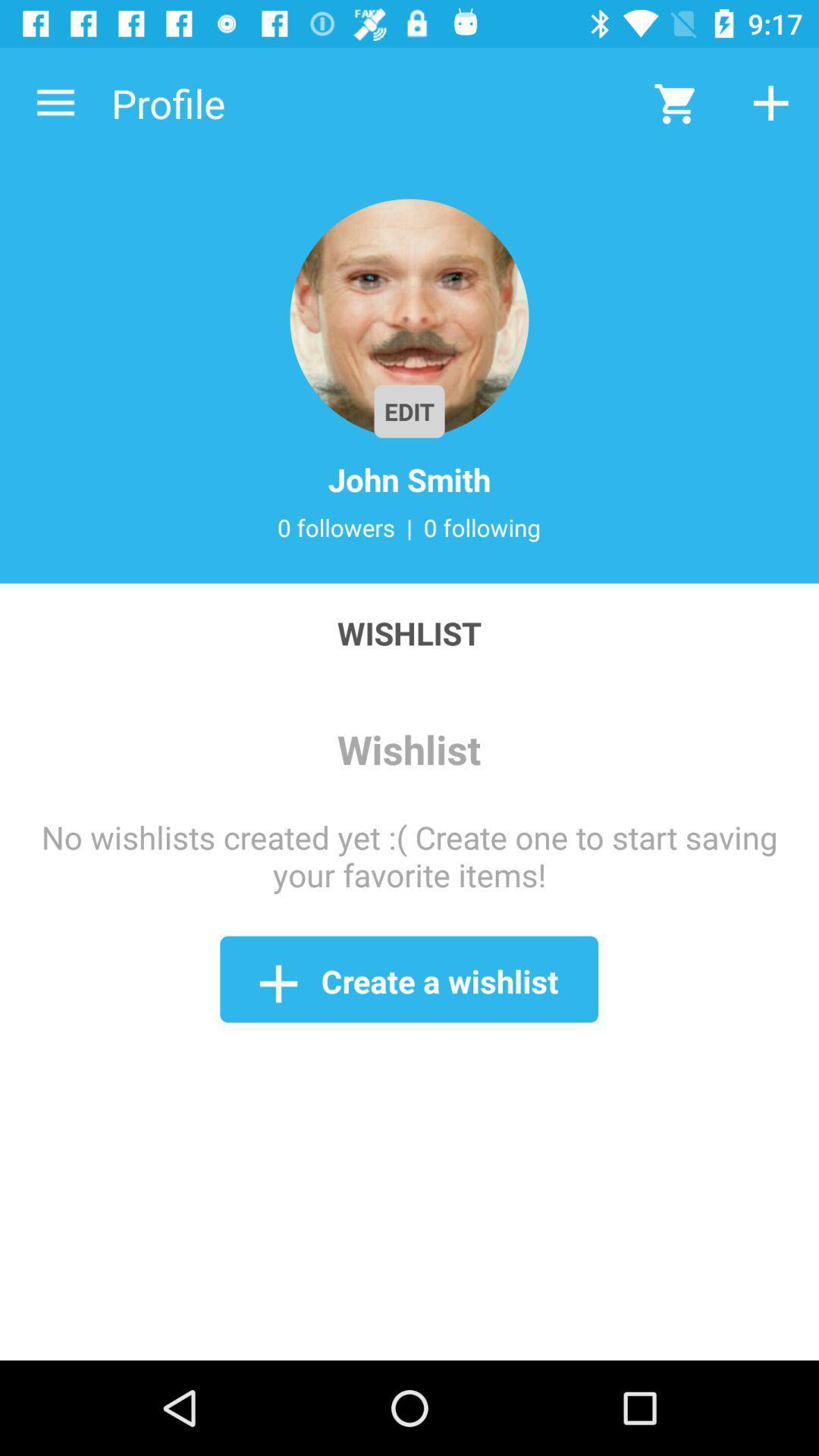 Image resolution: width=819 pixels, height=1456 pixels. What do you see at coordinates (409, 855) in the screenshot?
I see `no wishlists created` at bounding box center [409, 855].